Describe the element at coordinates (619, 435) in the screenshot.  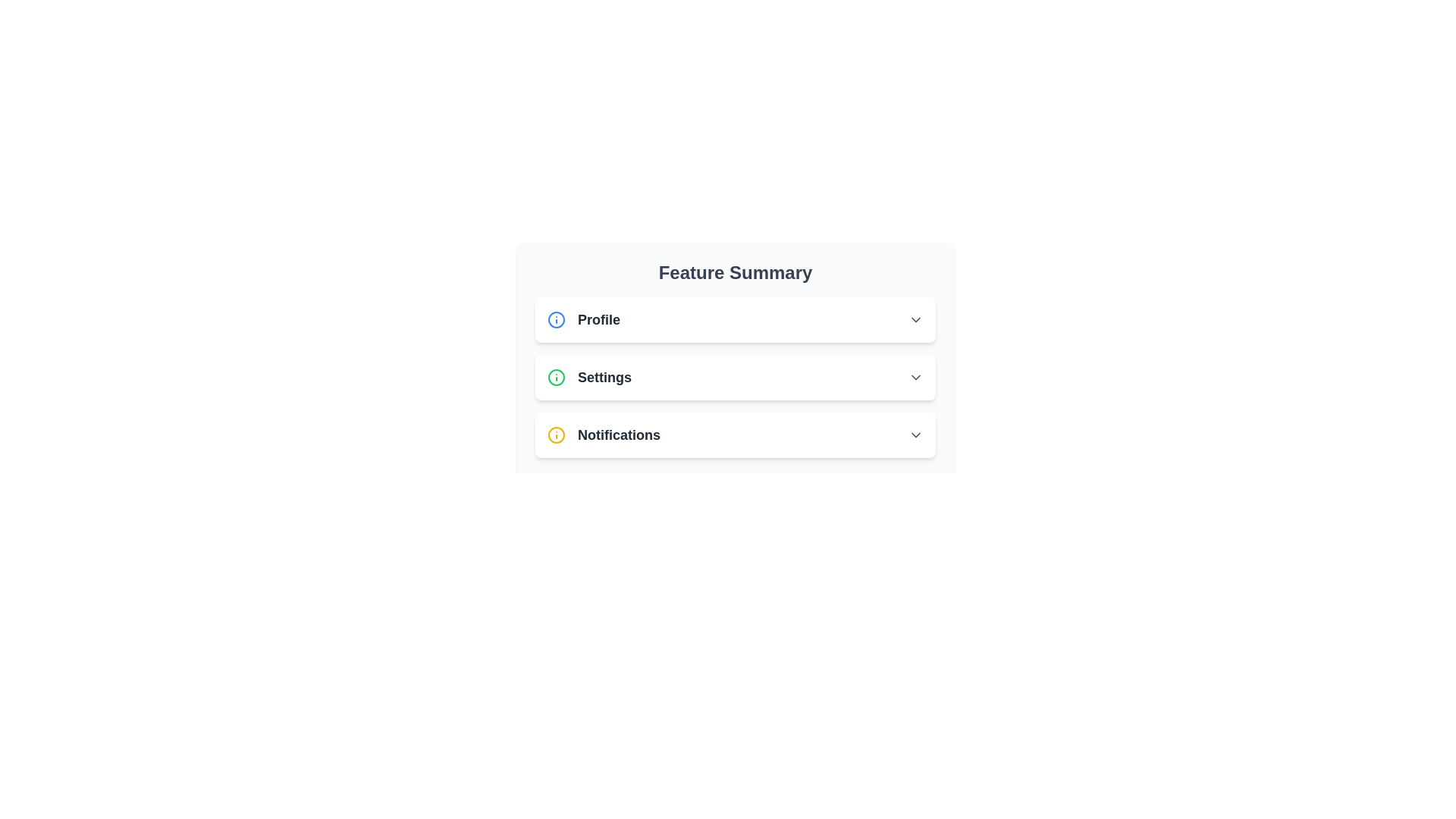
I see `the elements adjacent to the 'Notifications' label, which is a bold text field in dark gray positioned to the right of an informational icon with a yellow border` at that location.